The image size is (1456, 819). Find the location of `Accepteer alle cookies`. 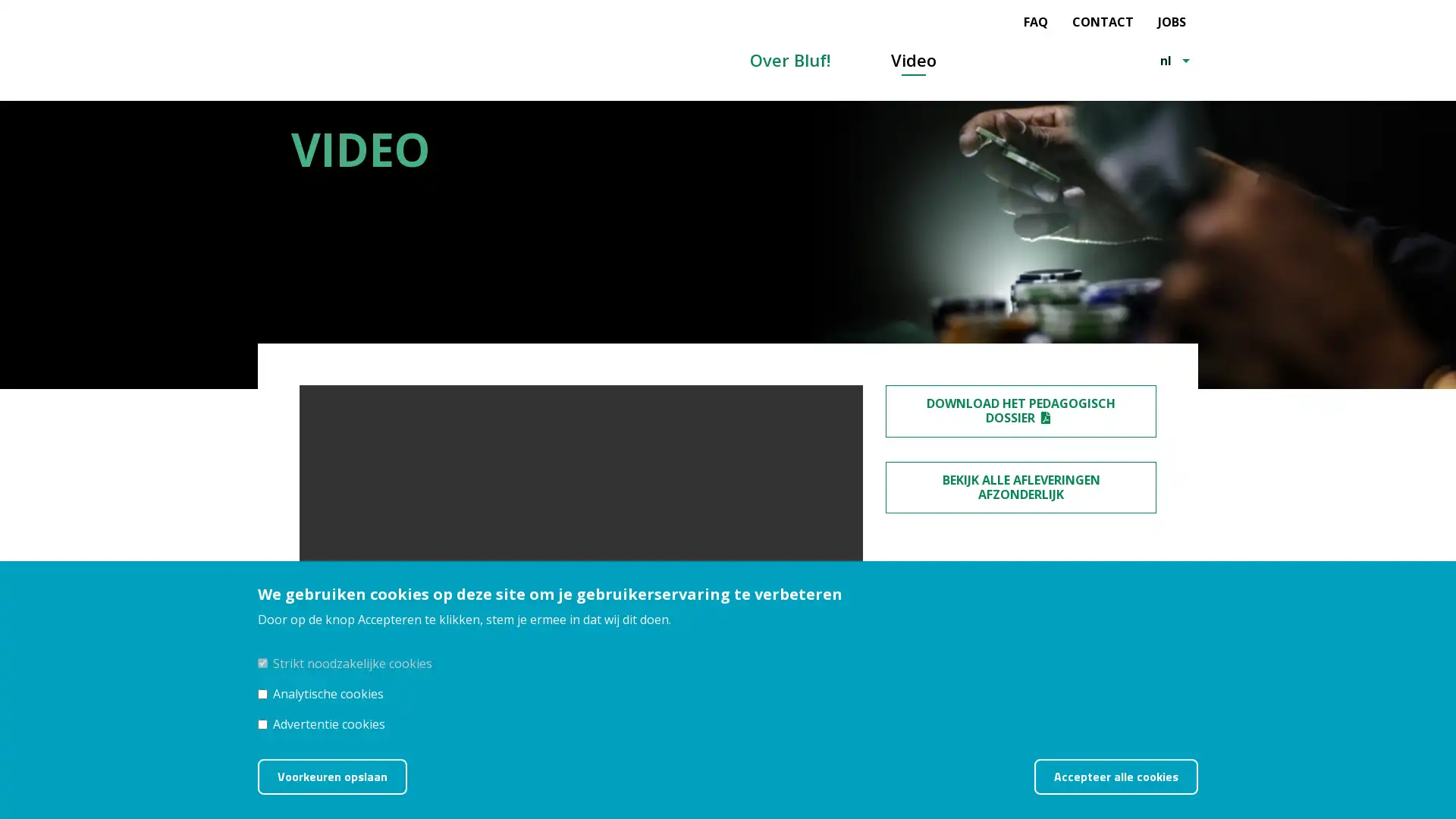

Accepteer alle cookies is located at coordinates (1116, 776).